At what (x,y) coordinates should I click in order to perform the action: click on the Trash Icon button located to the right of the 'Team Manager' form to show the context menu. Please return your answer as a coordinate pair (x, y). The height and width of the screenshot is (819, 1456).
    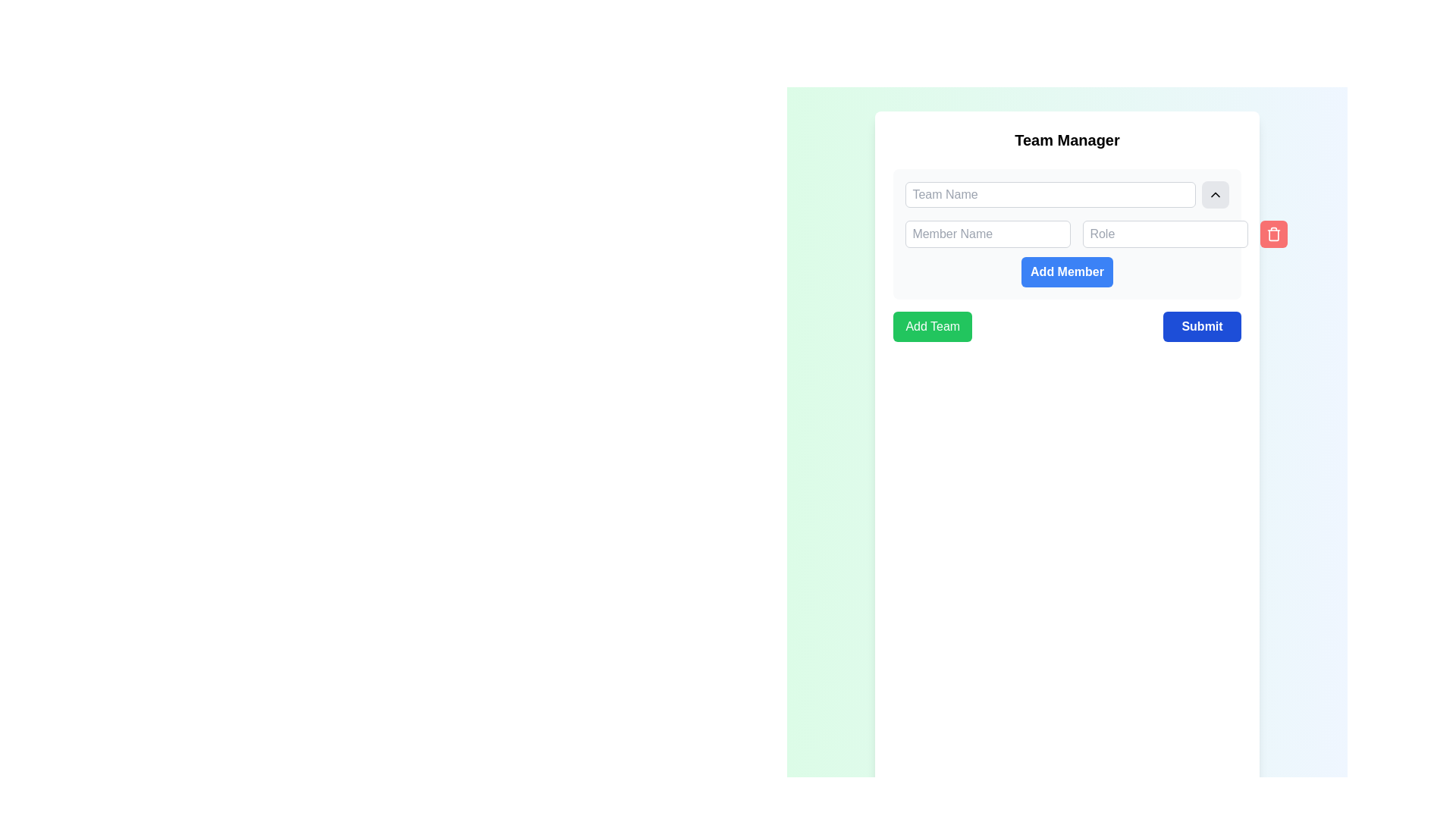
    Looking at the image, I should click on (1274, 234).